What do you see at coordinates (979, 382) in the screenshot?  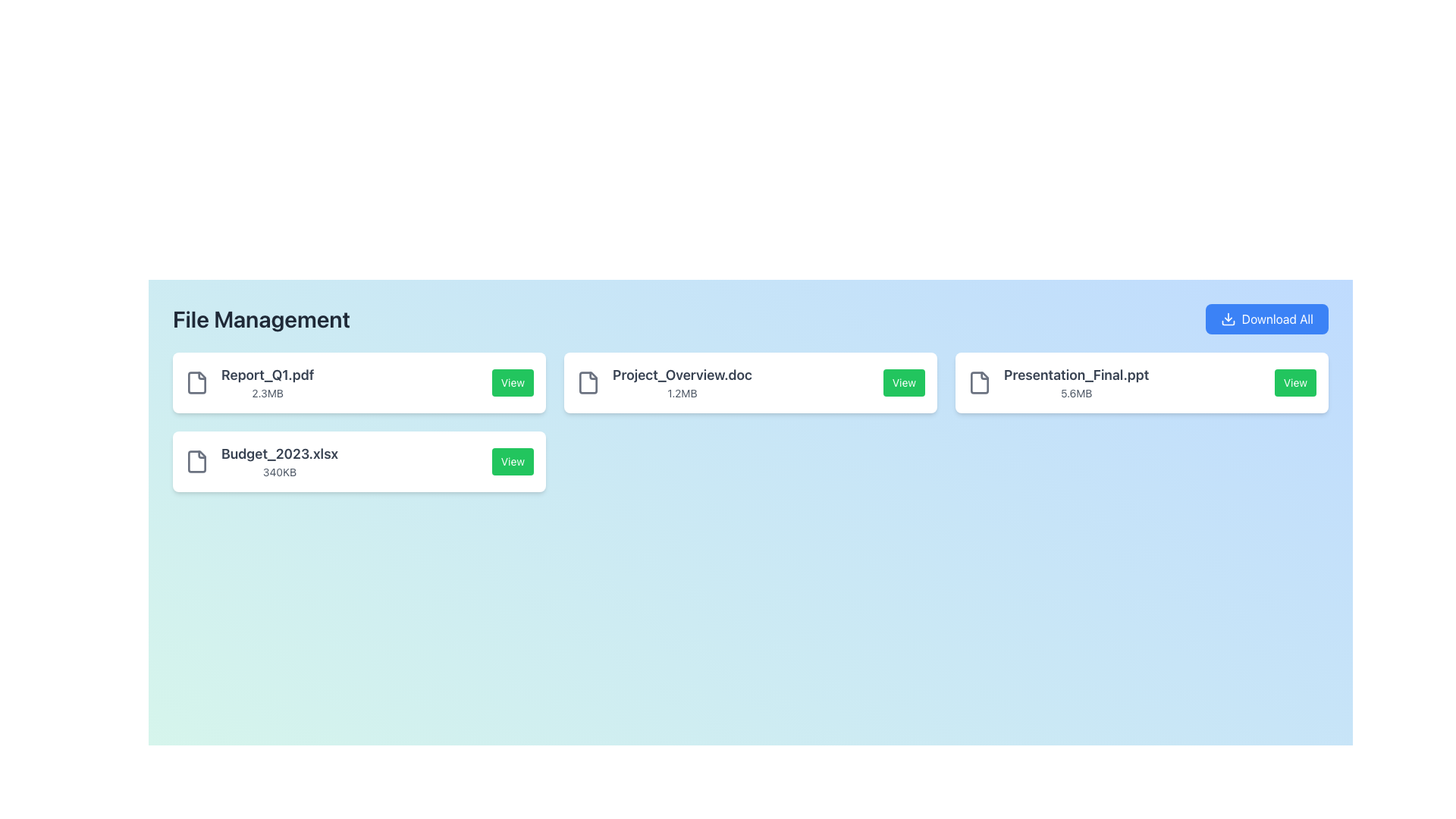 I see `the icon representing the presentation file 'Presentation_Final.ppt', located in the last column of the file list, to the left of the file's name and size text` at bounding box center [979, 382].